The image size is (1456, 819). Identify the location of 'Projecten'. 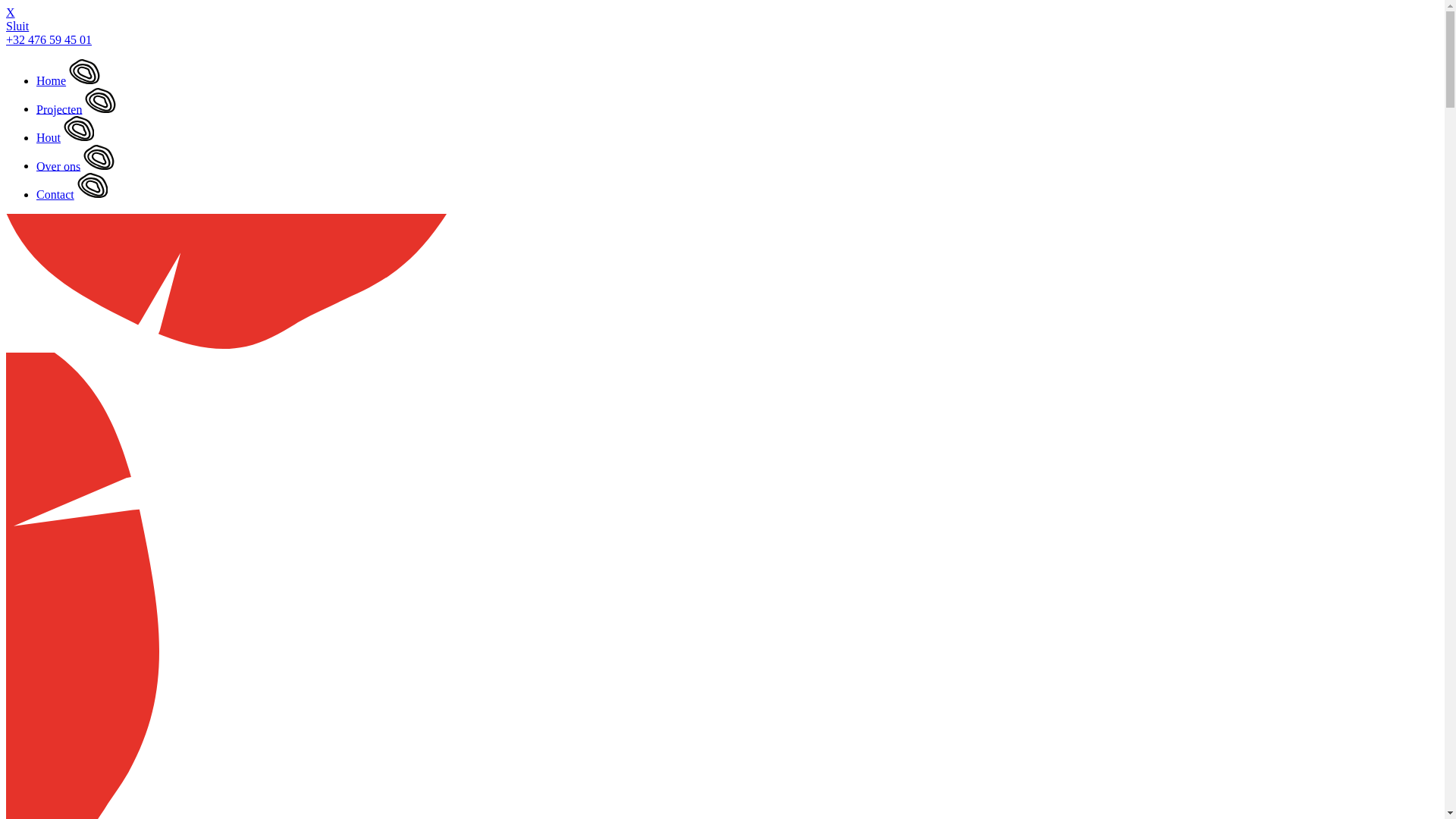
(36, 108).